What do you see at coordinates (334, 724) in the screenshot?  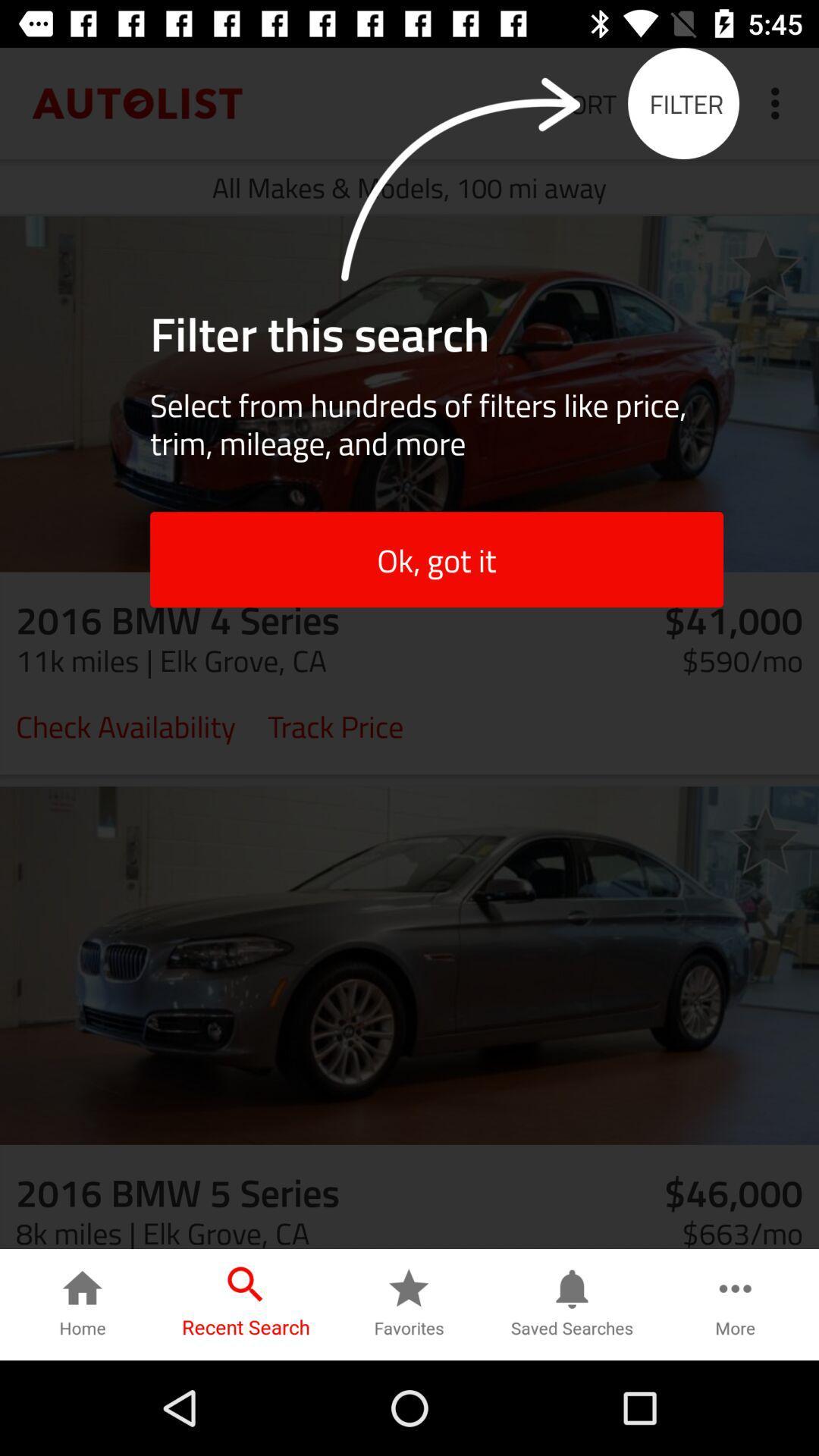 I see `icon to the left of $590/mo` at bounding box center [334, 724].